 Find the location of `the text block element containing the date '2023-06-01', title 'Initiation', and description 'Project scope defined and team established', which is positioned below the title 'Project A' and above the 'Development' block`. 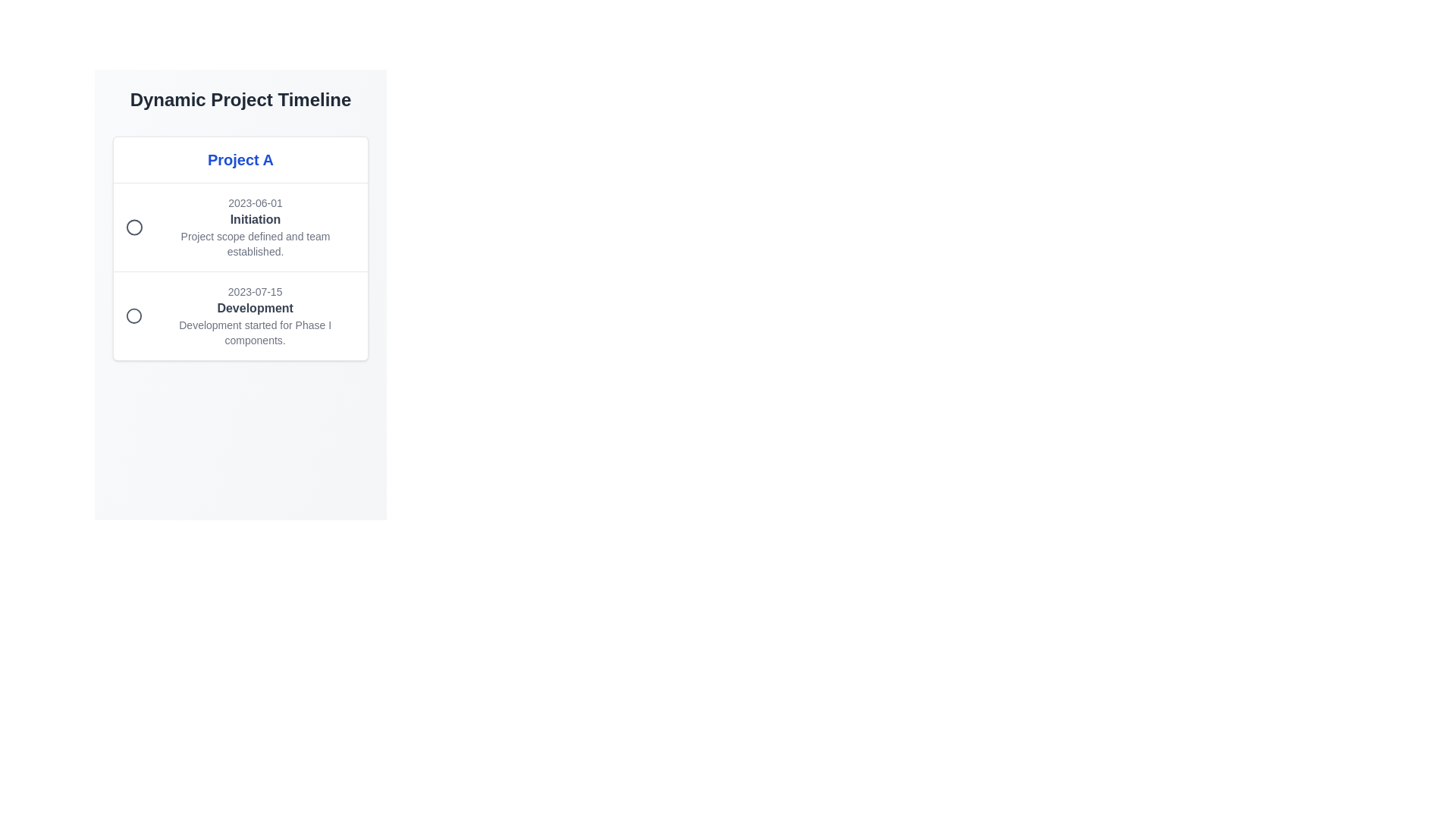

the text block element containing the date '2023-06-01', title 'Initiation', and description 'Project scope defined and team established', which is positioned below the title 'Project A' and above the 'Development' block is located at coordinates (255, 227).